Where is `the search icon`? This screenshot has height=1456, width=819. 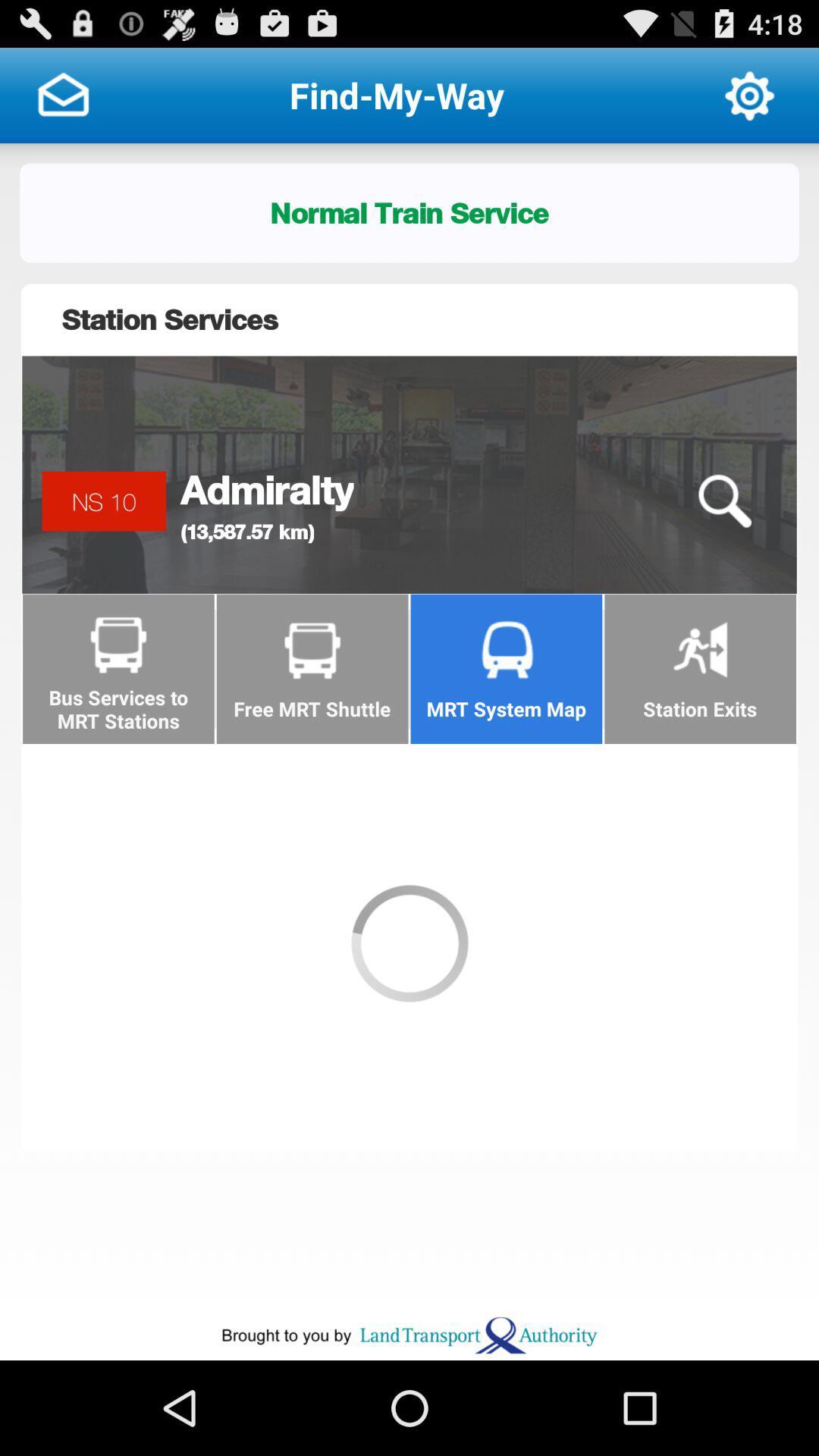 the search icon is located at coordinates (723, 536).